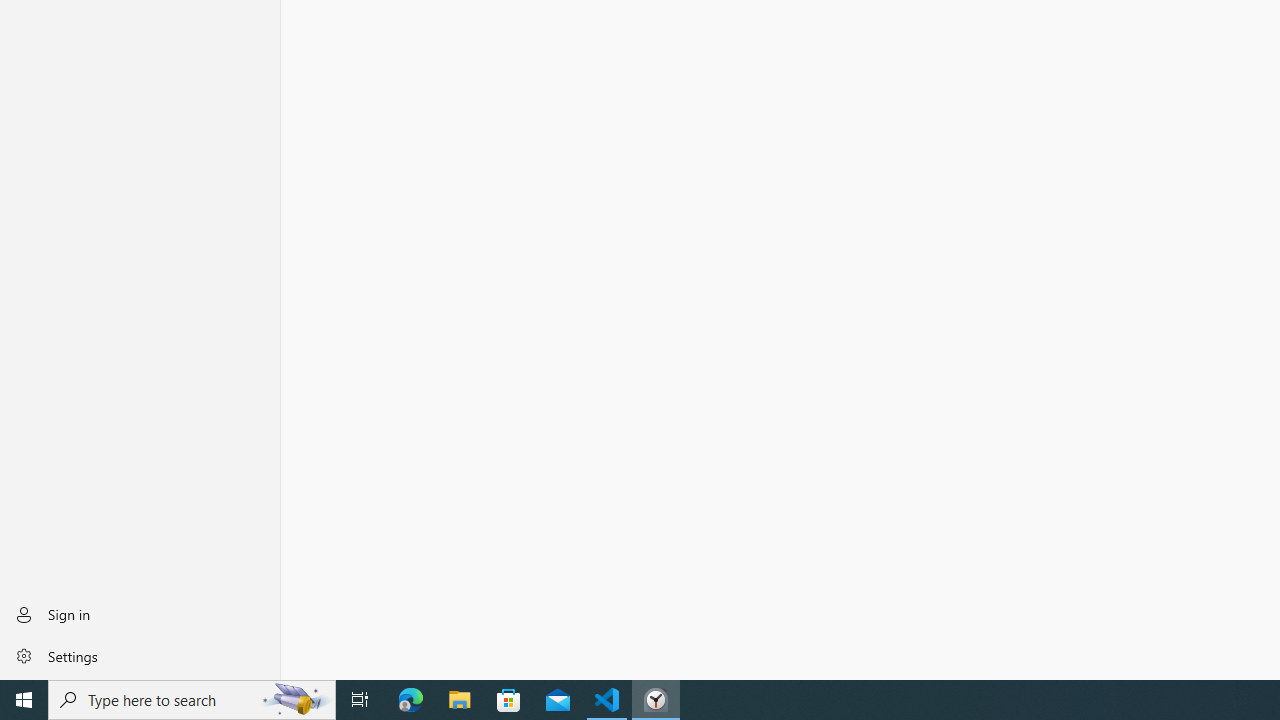 The height and width of the screenshot is (720, 1280). What do you see at coordinates (410, 698) in the screenshot?
I see `'Microsoft Edge'` at bounding box center [410, 698].